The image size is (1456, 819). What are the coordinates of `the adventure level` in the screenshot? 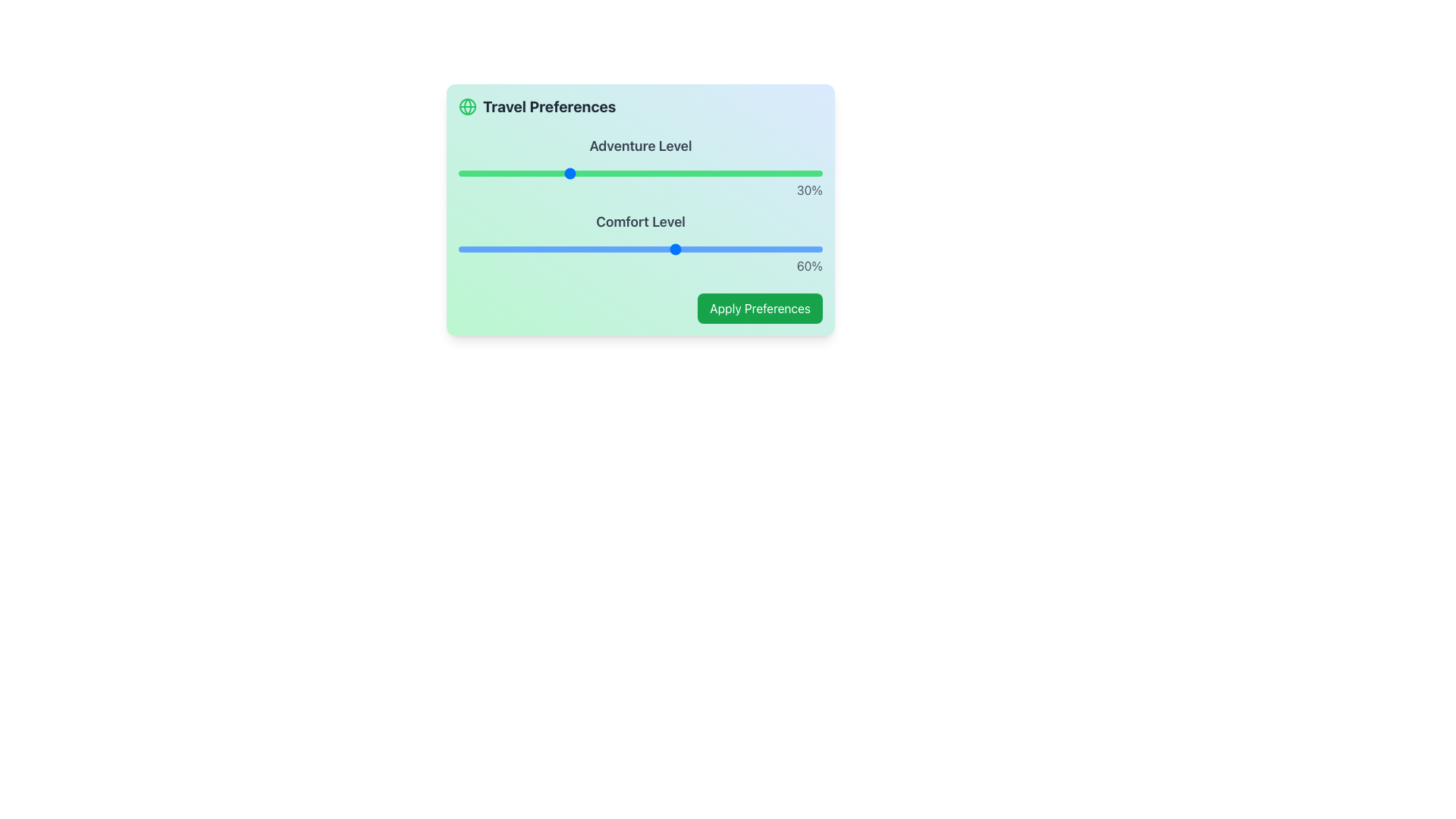 It's located at (563, 172).